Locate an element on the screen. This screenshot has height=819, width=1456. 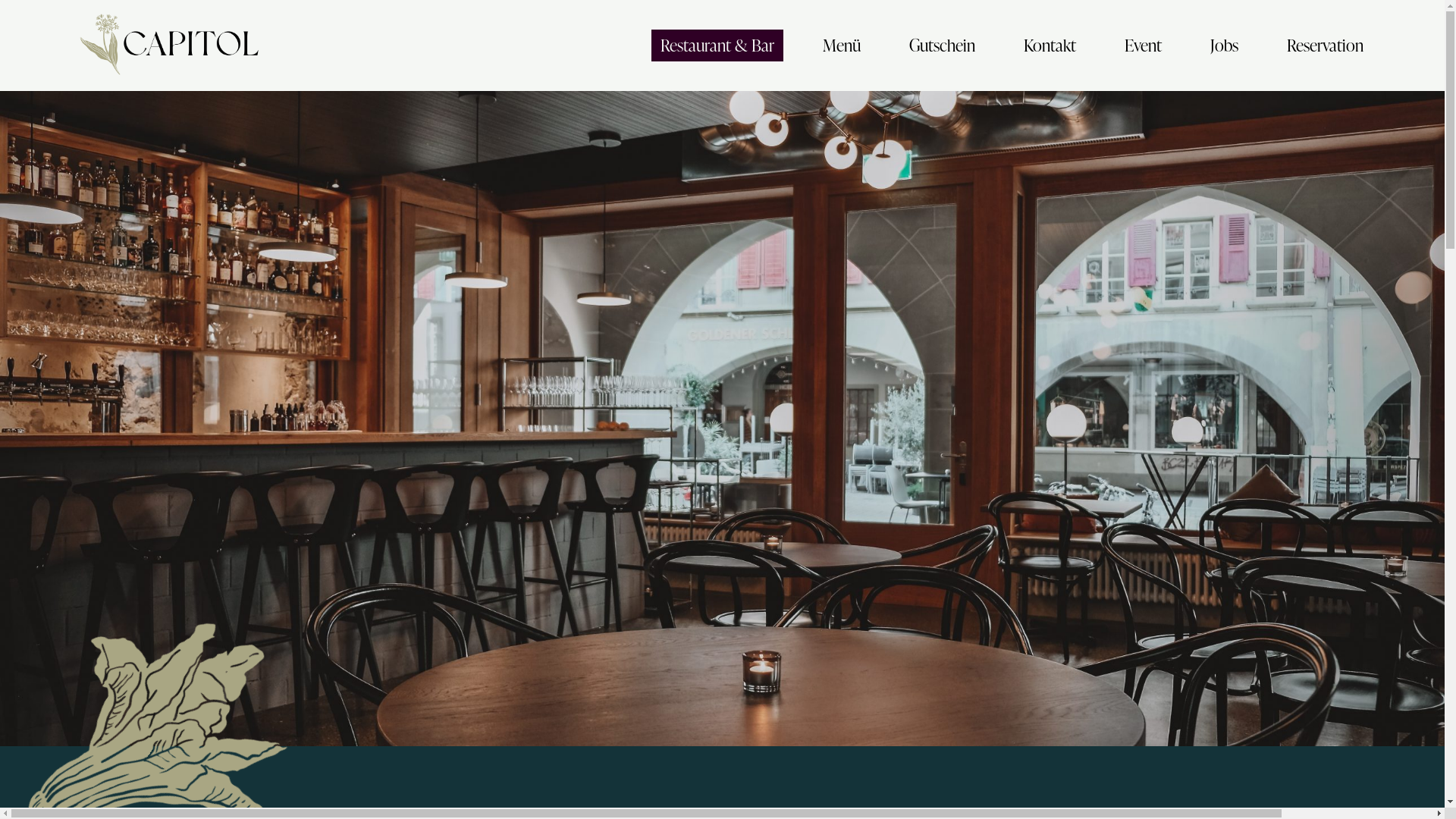
'Gutschein' is located at coordinates (941, 45).